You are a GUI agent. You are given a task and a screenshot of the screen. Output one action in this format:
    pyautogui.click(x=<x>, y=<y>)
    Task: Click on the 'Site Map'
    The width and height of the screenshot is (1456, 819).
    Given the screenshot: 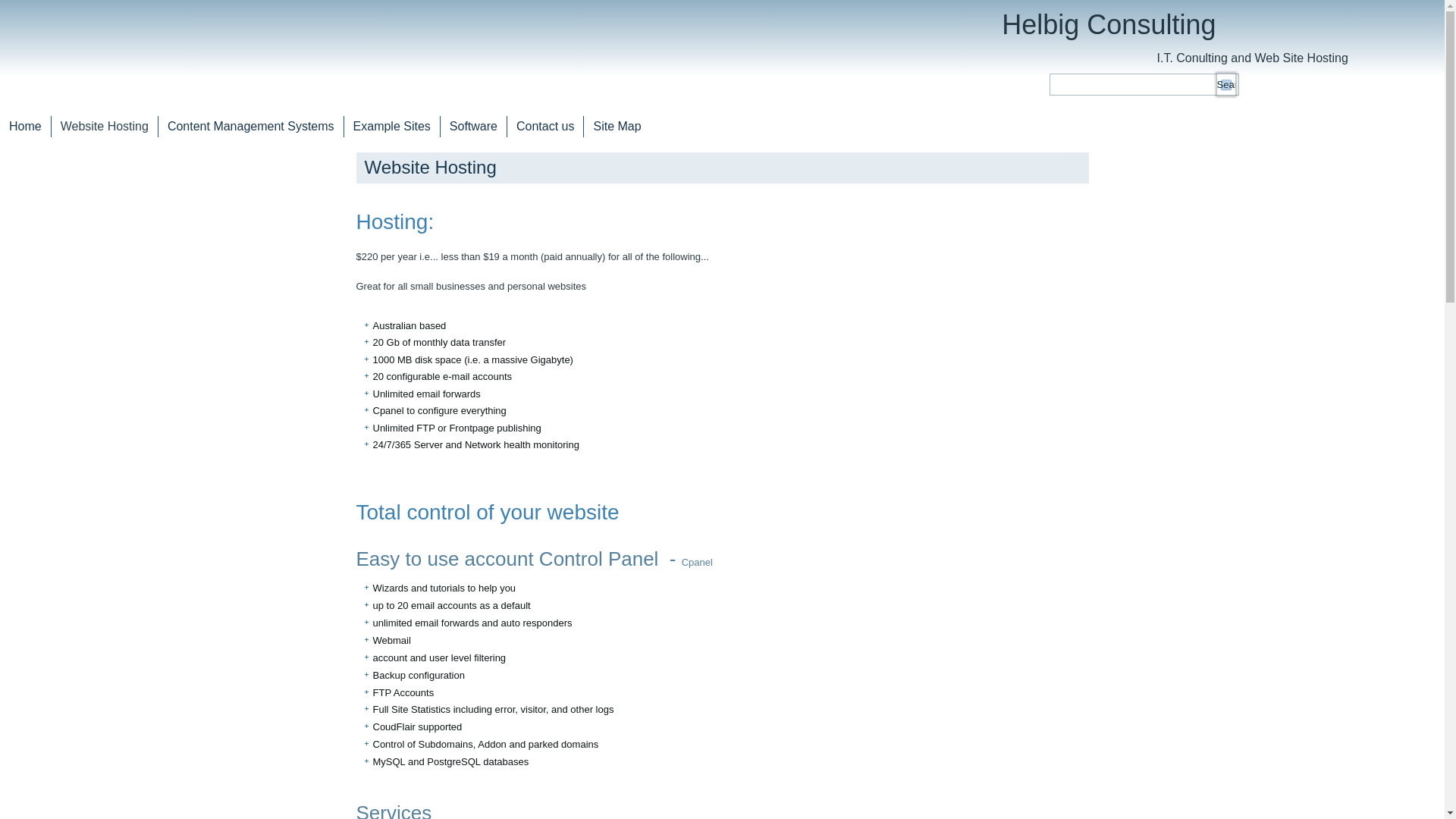 What is the action you would take?
    pyautogui.click(x=582, y=125)
    